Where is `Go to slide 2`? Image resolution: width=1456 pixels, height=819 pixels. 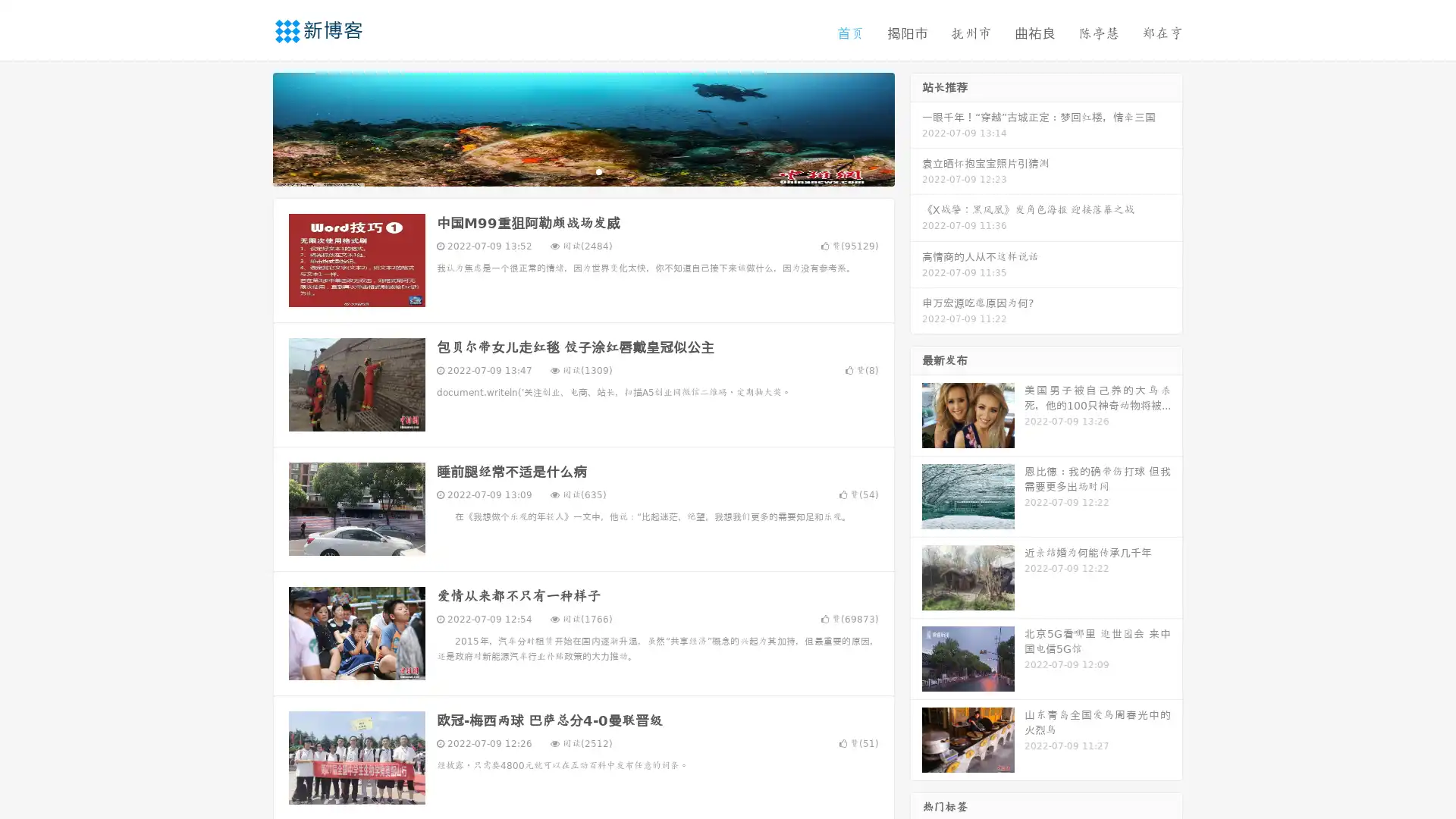 Go to slide 2 is located at coordinates (582, 171).